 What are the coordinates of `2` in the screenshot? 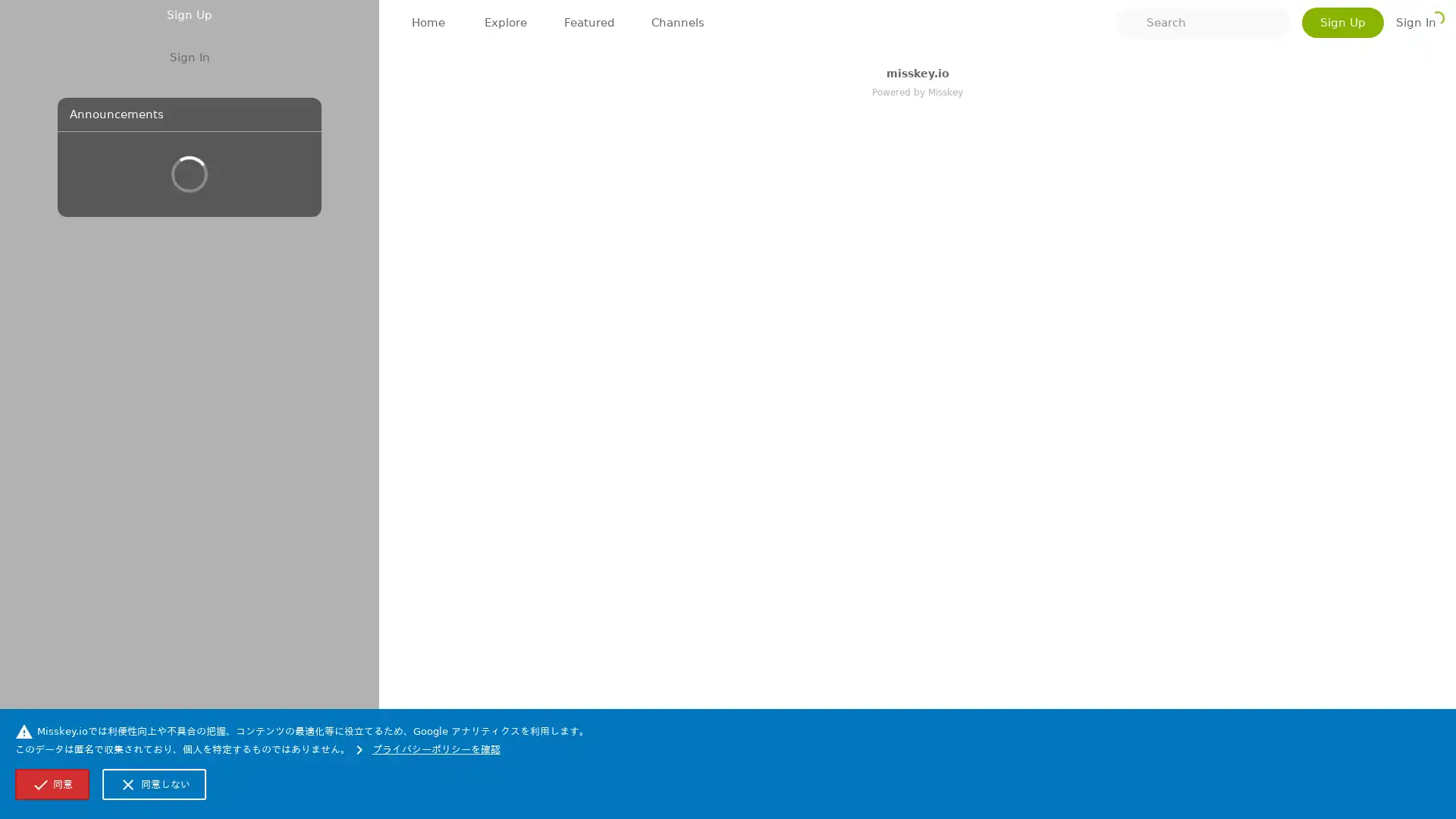 It's located at (524, 233).